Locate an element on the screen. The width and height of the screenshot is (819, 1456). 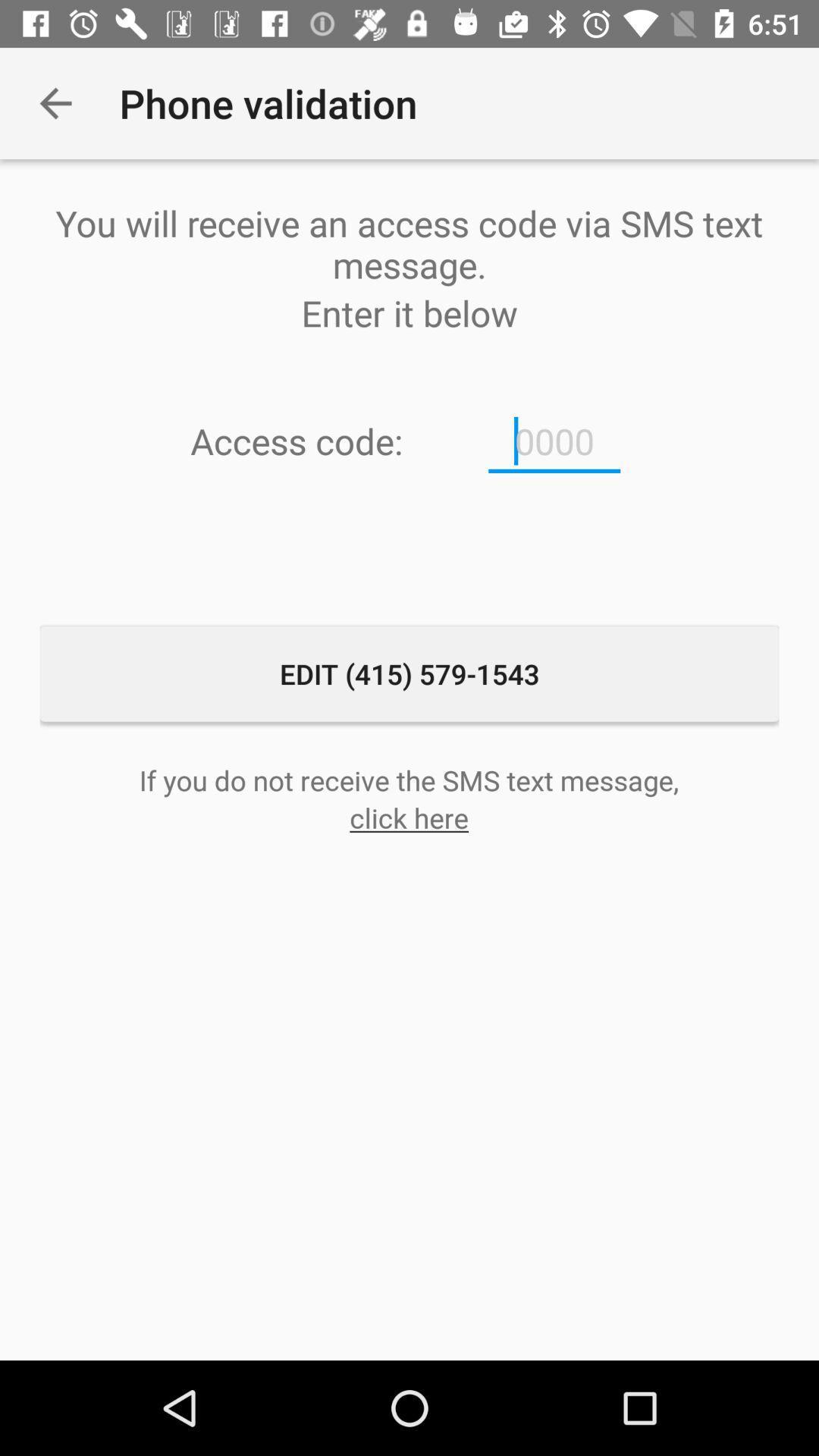
icon above the if you do icon is located at coordinates (409, 673).